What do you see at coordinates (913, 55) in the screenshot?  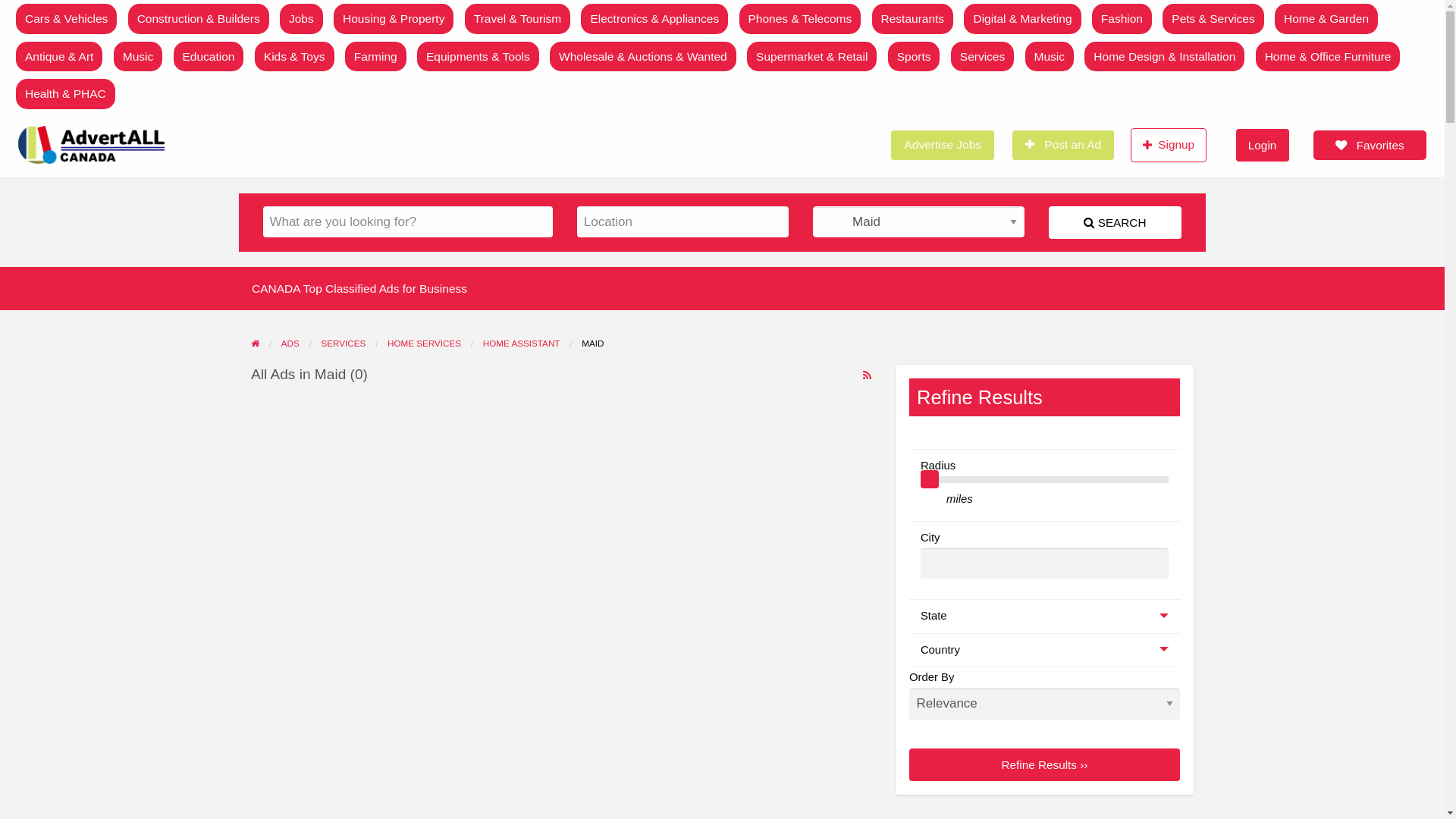 I see `'Sports'` at bounding box center [913, 55].